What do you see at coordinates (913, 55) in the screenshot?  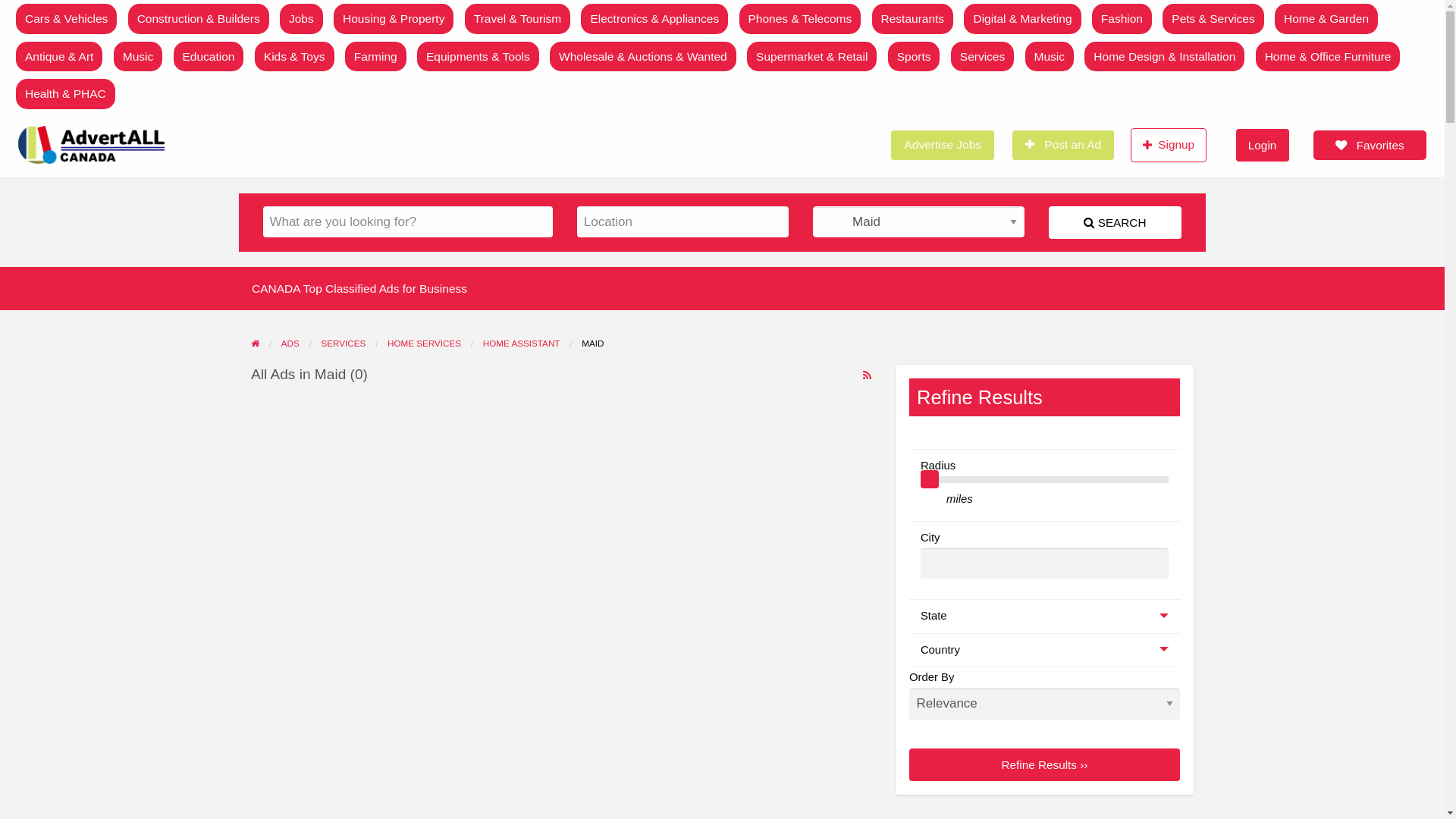 I see `'Sports'` at bounding box center [913, 55].